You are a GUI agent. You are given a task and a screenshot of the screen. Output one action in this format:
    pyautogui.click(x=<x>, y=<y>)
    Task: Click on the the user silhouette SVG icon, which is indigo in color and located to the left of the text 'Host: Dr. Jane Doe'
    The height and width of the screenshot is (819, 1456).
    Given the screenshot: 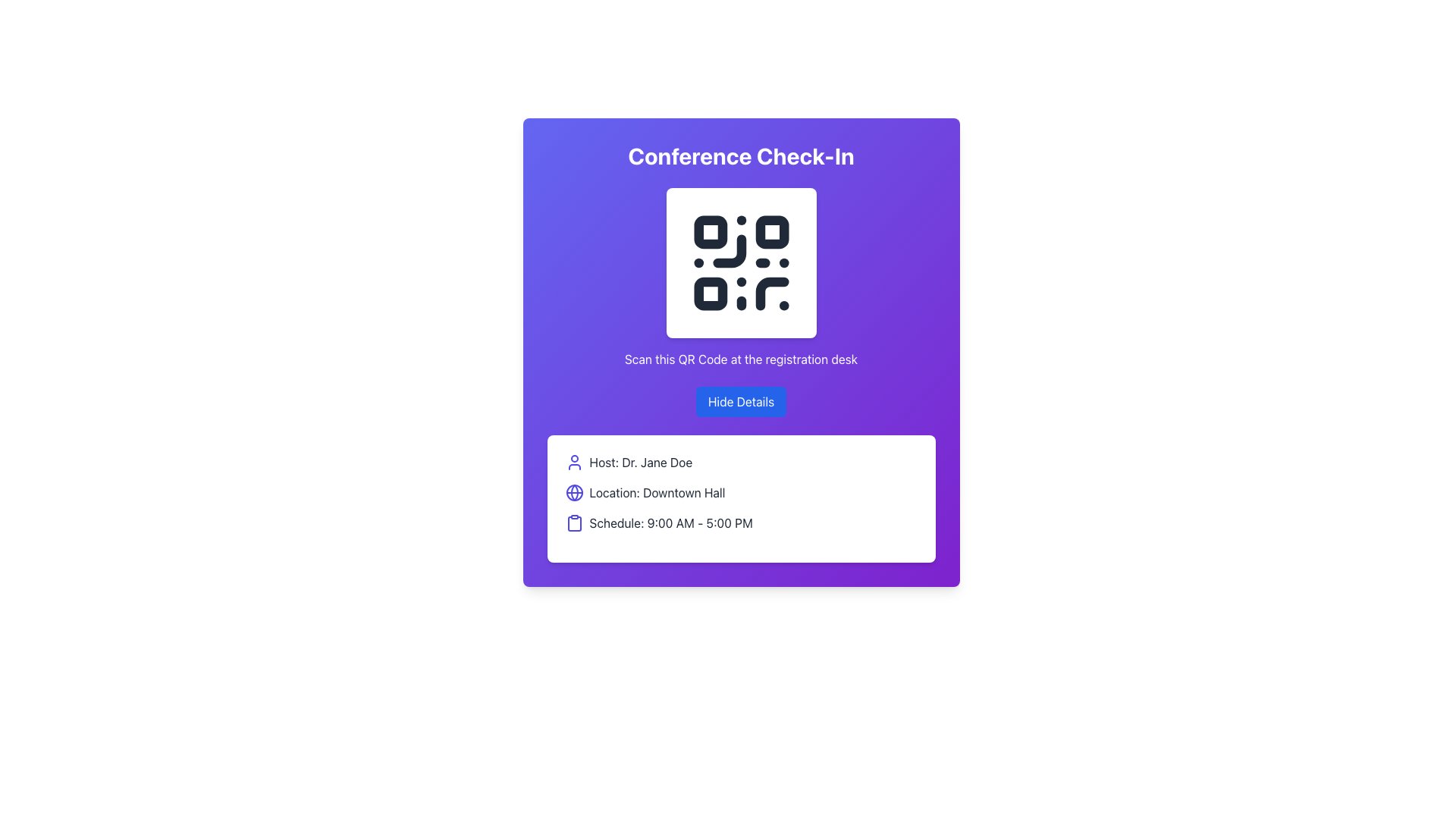 What is the action you would take?
    pyautogui.click(x=573, y=461)
    